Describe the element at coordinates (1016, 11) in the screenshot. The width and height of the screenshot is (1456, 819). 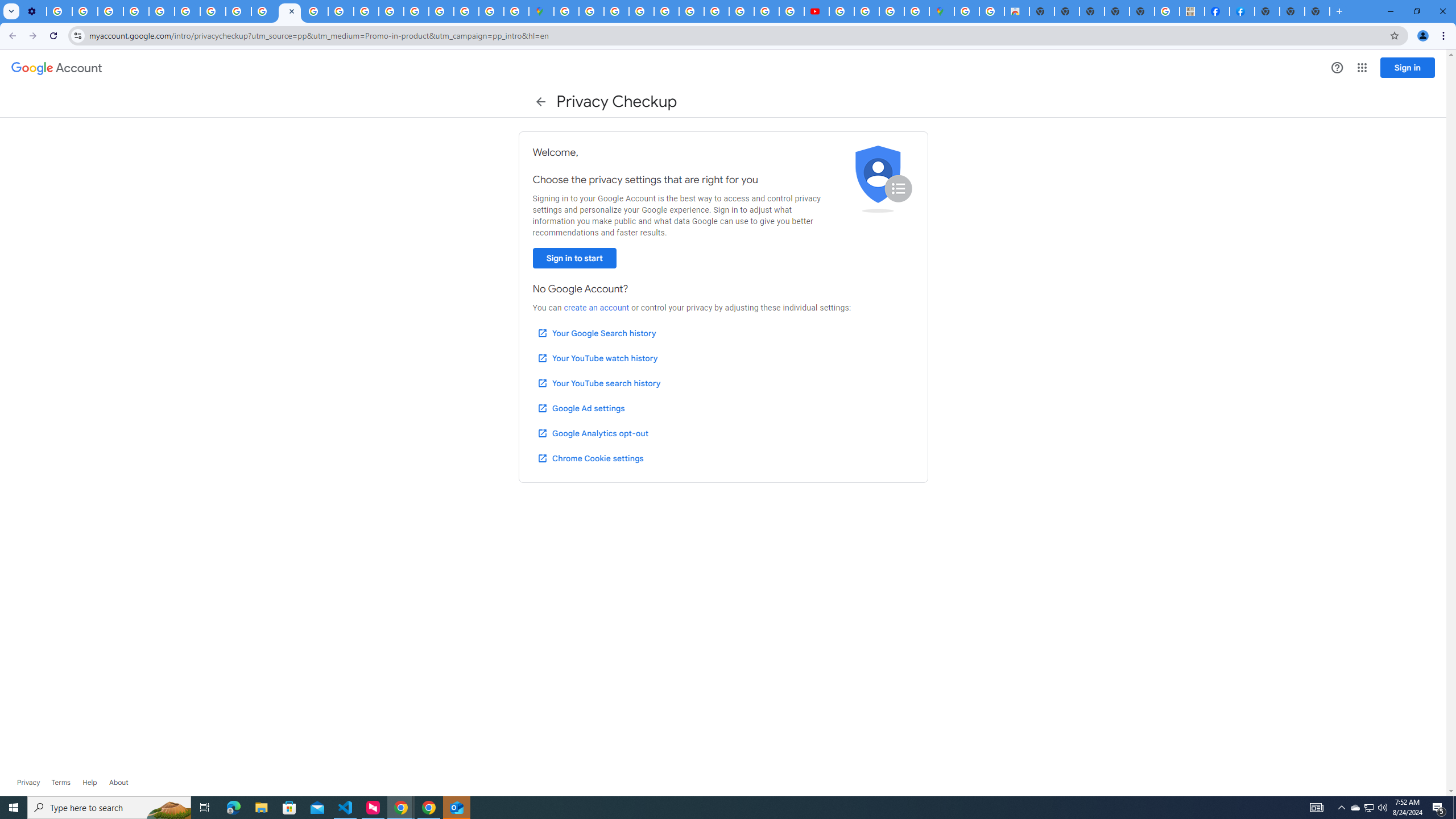
I see `'Chrome Web Store - Shopping'` at that location.